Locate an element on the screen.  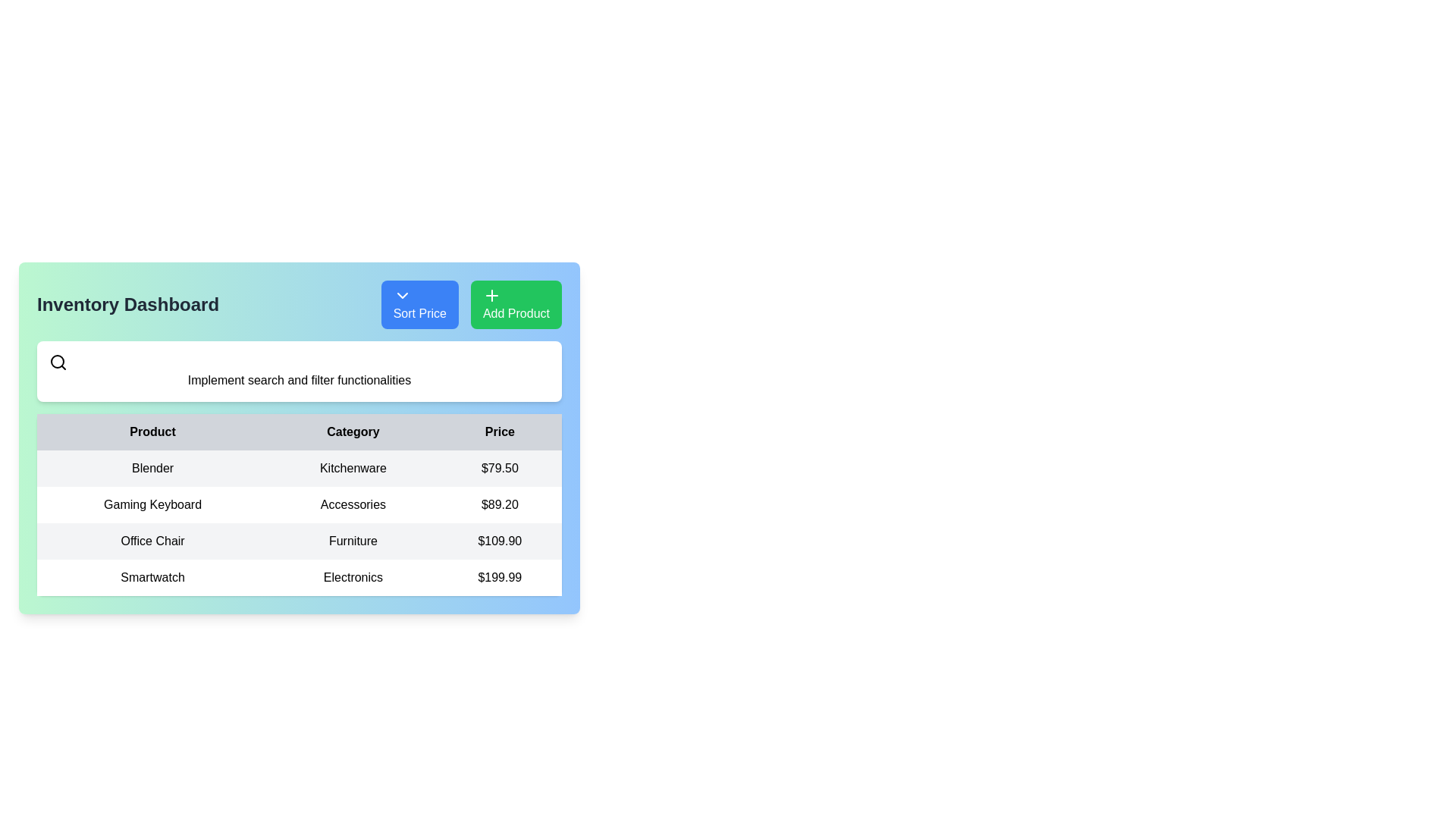
the chevron icon inside the 'Sort Price' button is located at coordinates (402, 295).